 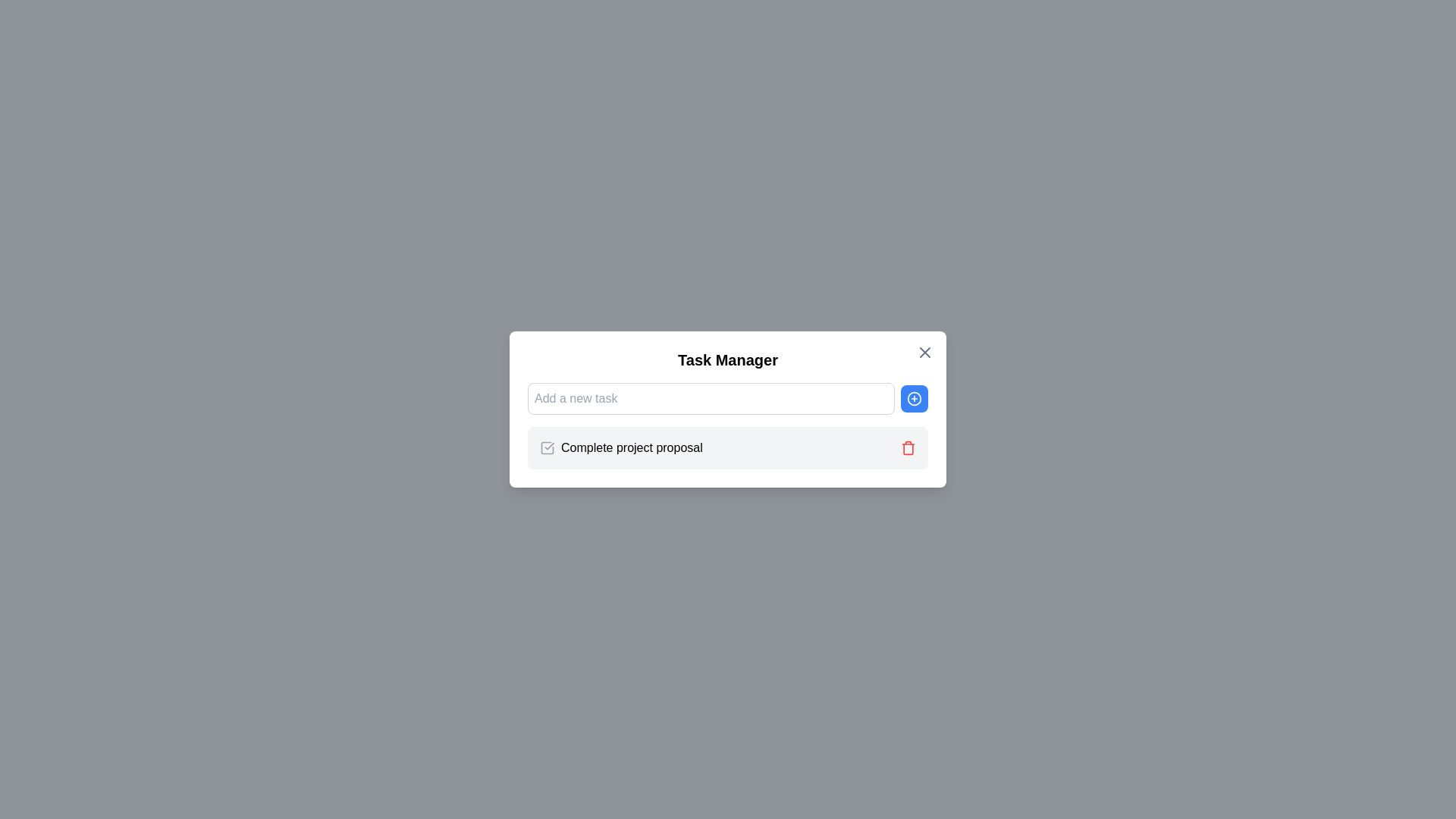 What do you see at coordinates (924, 353) in the screenshot?
I see `the close button in the top-right corner of the 'Task Manager' modal` at bounding box center [924, 353].